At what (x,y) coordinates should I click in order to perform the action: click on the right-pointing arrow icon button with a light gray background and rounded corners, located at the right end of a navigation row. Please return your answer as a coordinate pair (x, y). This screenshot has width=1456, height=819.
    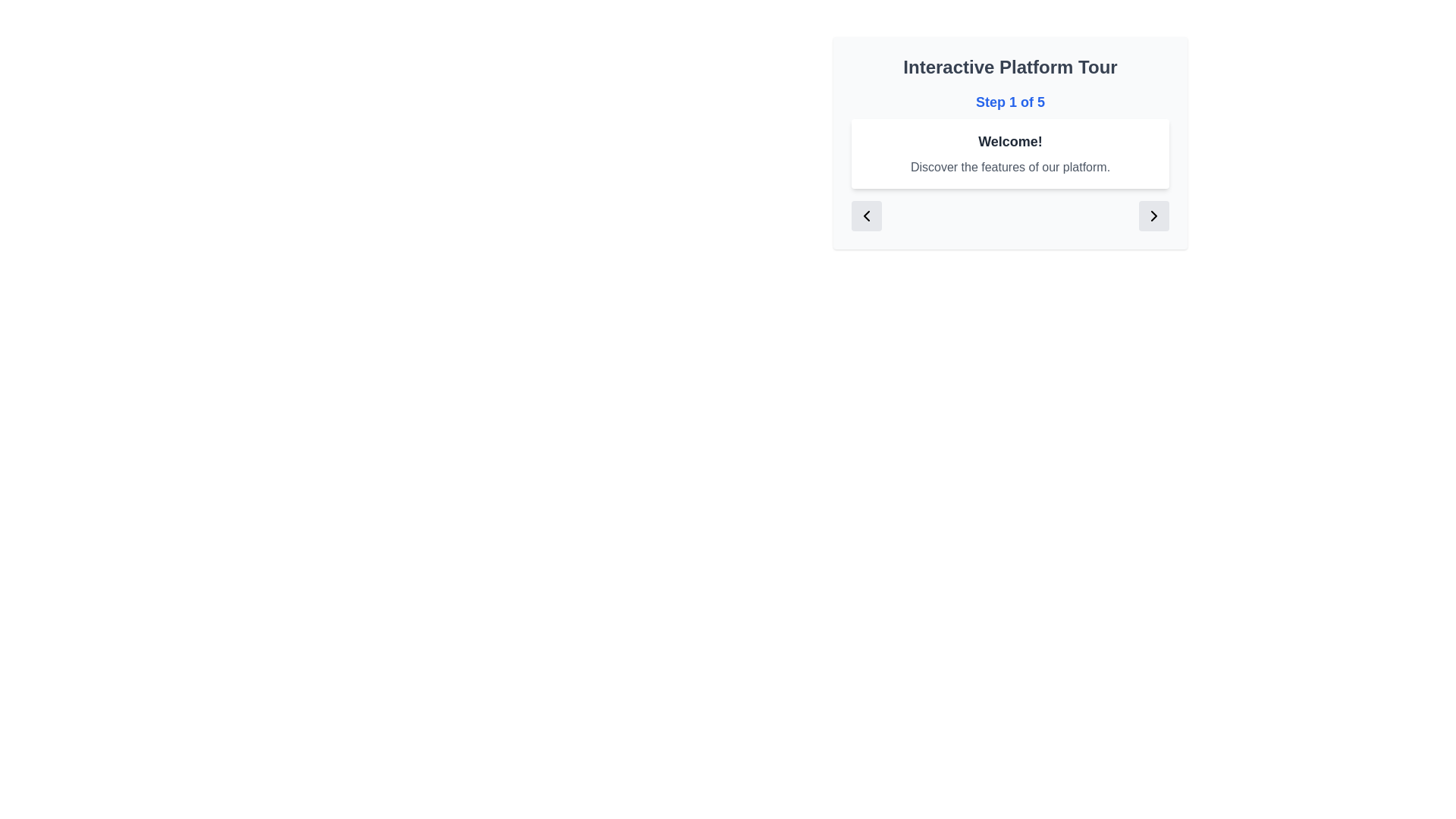
    Looking at the image, I should click on (1153, 216).